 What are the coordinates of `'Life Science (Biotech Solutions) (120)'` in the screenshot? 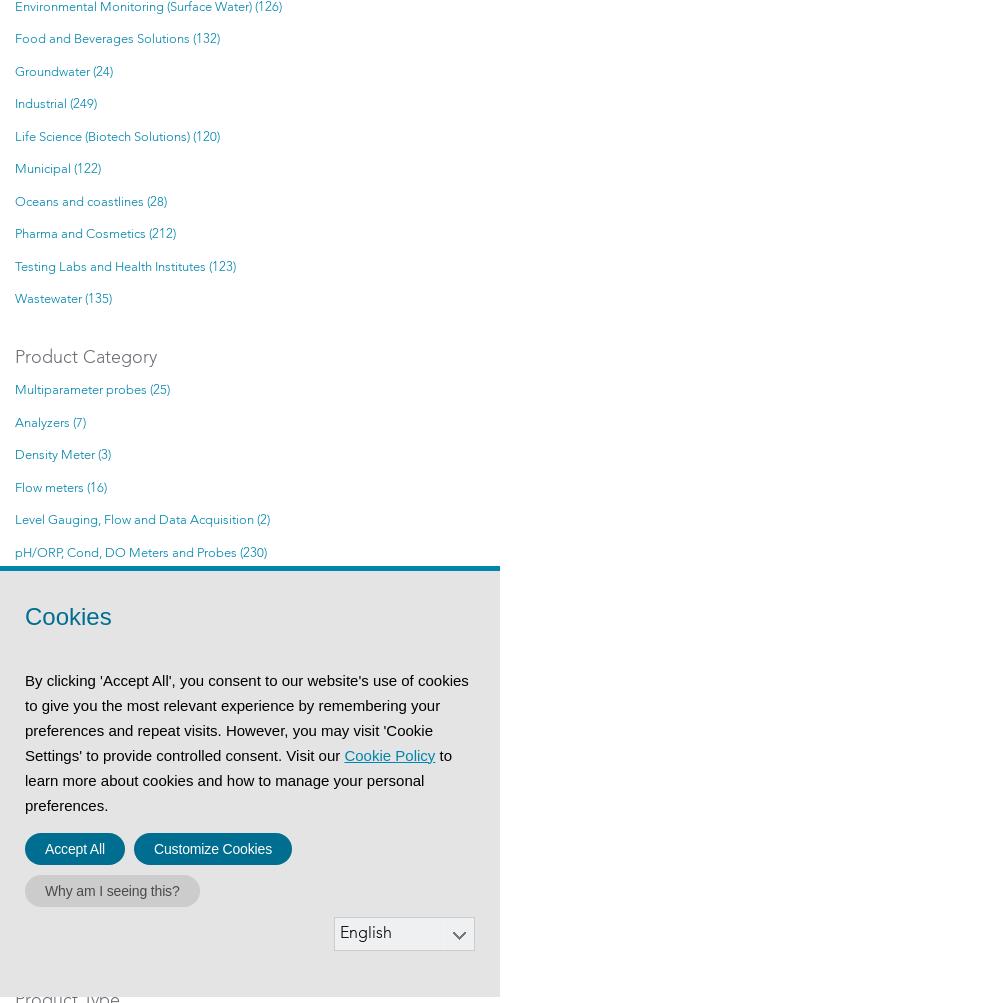 It's located at (116, 135).